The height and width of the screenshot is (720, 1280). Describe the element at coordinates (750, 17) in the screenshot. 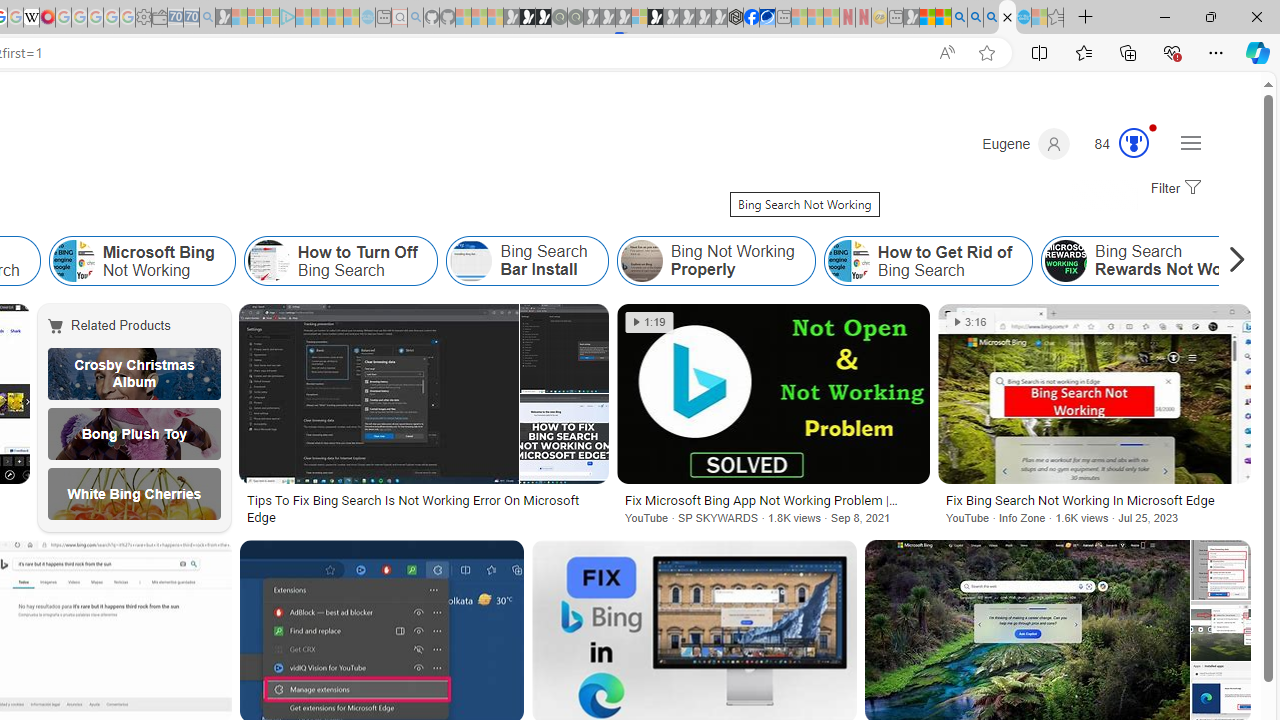

I see `'Nordace | Facebook'` at that location.